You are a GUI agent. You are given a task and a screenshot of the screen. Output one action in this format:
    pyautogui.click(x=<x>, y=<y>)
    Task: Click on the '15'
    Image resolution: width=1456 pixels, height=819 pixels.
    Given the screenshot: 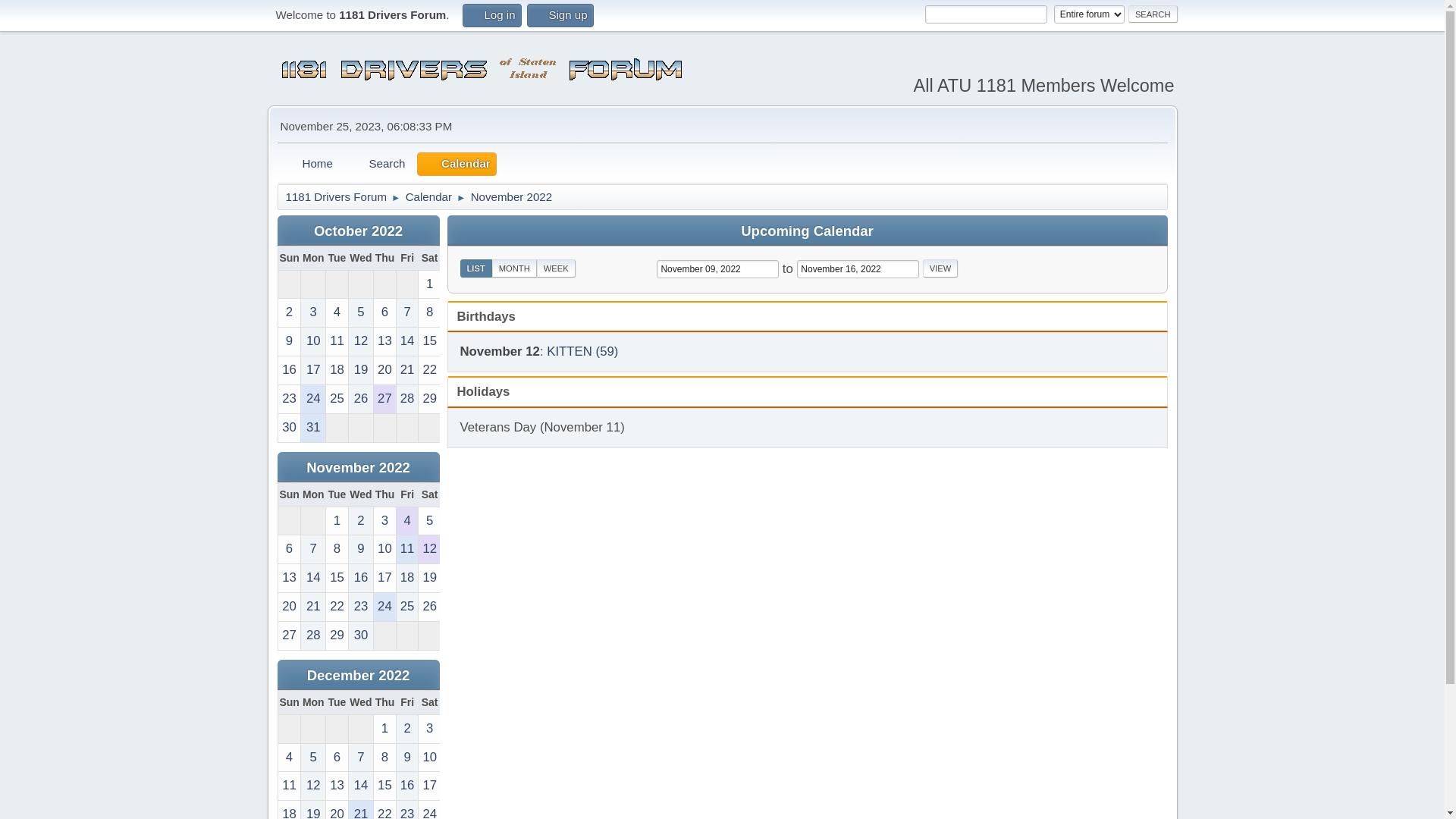 What is the action you would take?
    pyautogui.click(x=428, y=341)
    